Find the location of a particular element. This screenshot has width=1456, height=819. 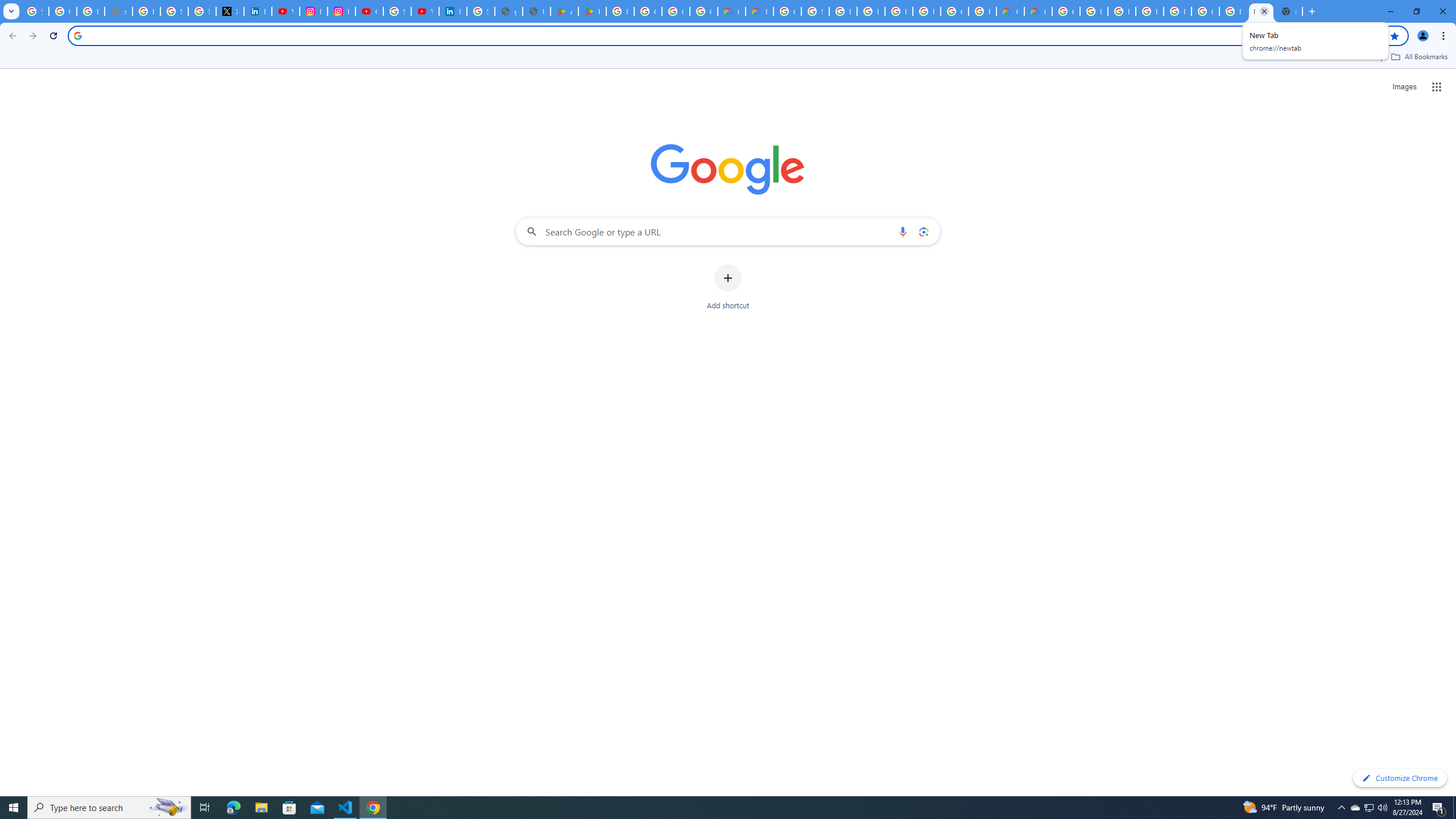

'New Tab' is located at coordinates (1288, 11).